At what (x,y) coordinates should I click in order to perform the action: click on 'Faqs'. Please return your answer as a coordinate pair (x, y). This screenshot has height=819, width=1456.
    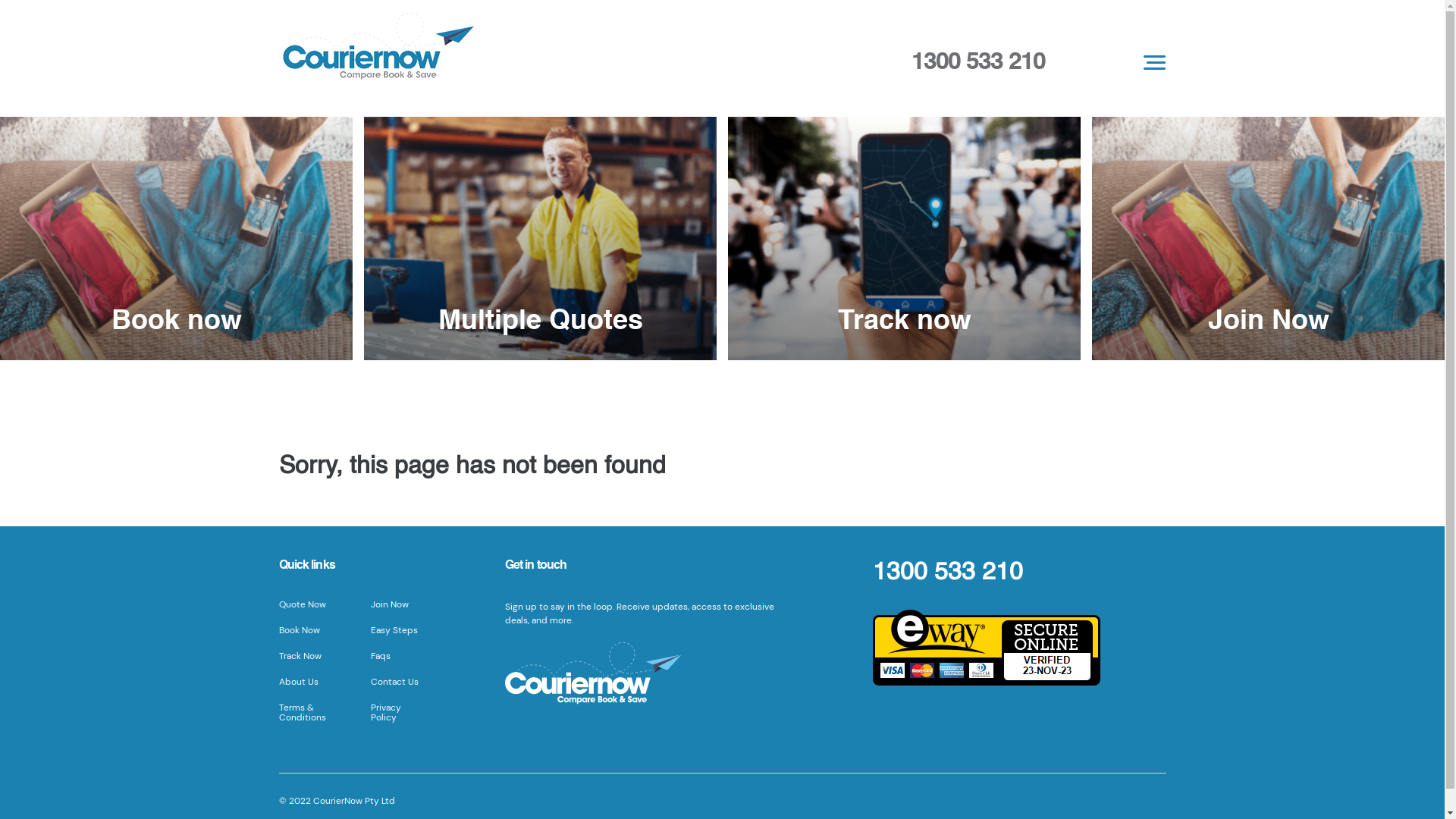
    Looking at the image, I should click on (381, 654).